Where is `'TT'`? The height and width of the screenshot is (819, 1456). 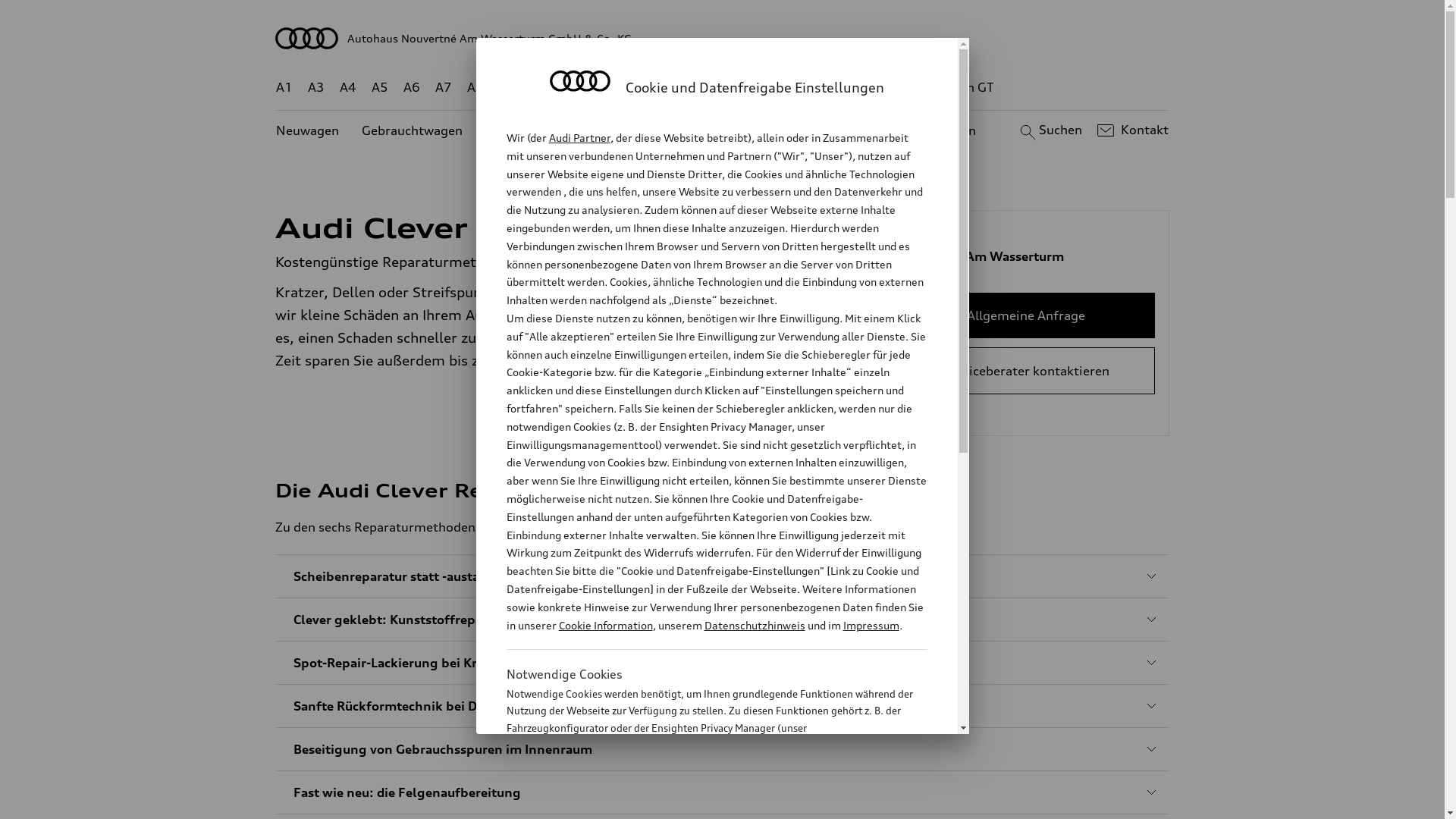
'TT' is located at coordinates (814, 87).